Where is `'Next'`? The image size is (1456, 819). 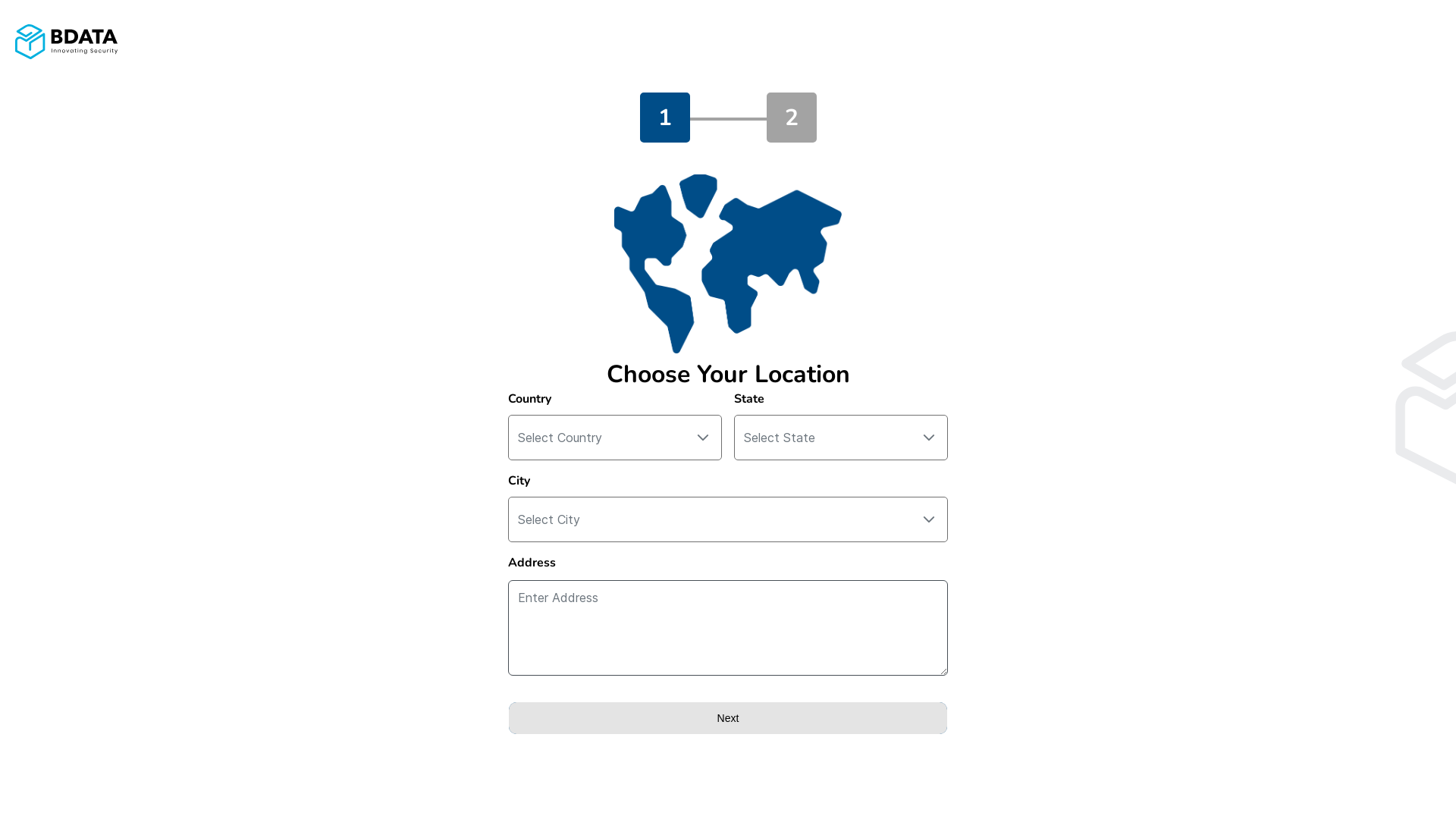
'Next' is located at coordinates (728, 717).